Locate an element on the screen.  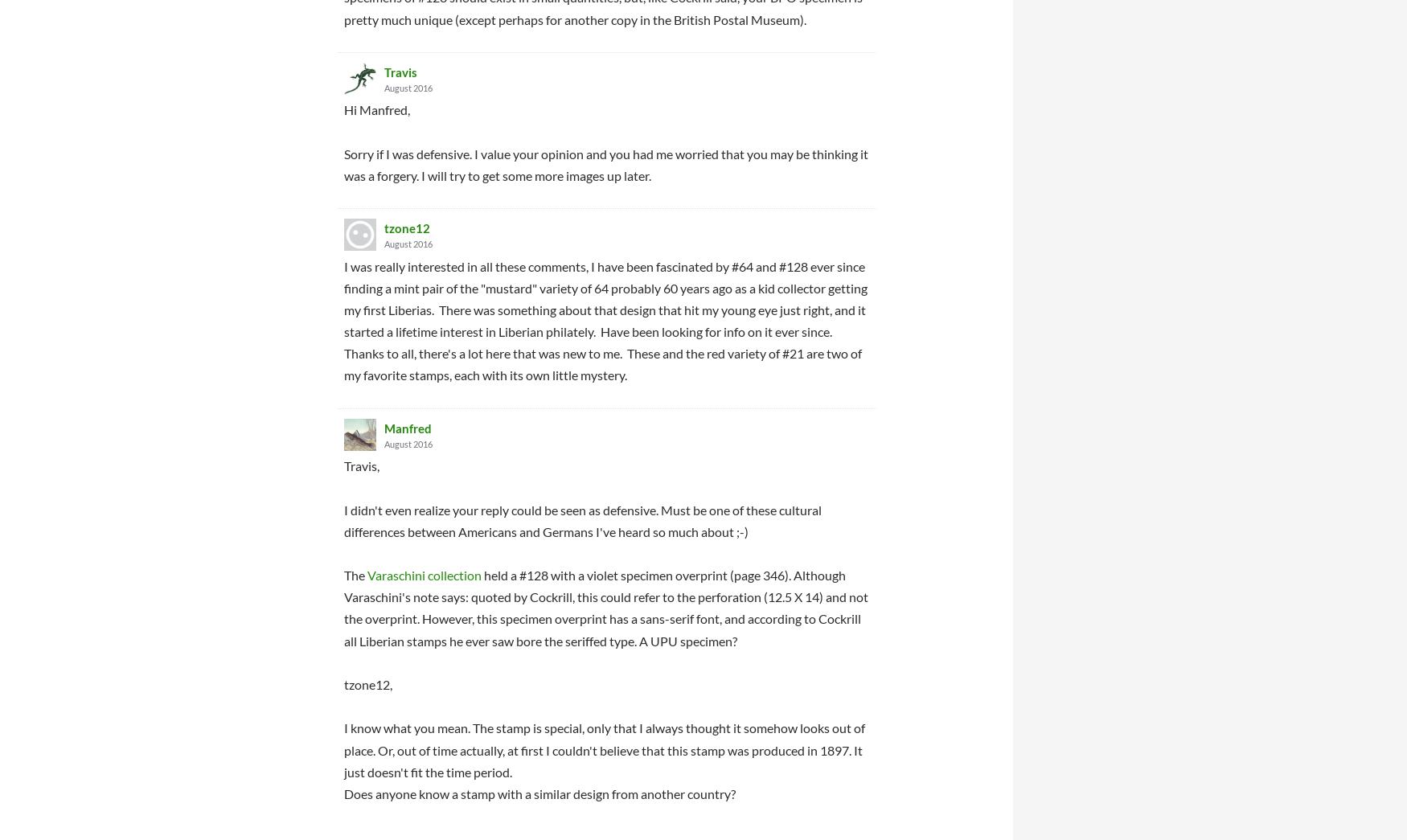
'held a #128 with a violet specimen overprint (page 346). Although Varaschini's note says: quoted by Cockrill, this could refer to the perforation (12.5 X 14) and not the overprint. However, this specimen overprint has a sans-serif font, and according to Cockrill all Liberian stamps he ever saw bore the seriffed type. A UPU specimen?' is located at coordinates (605, 606).